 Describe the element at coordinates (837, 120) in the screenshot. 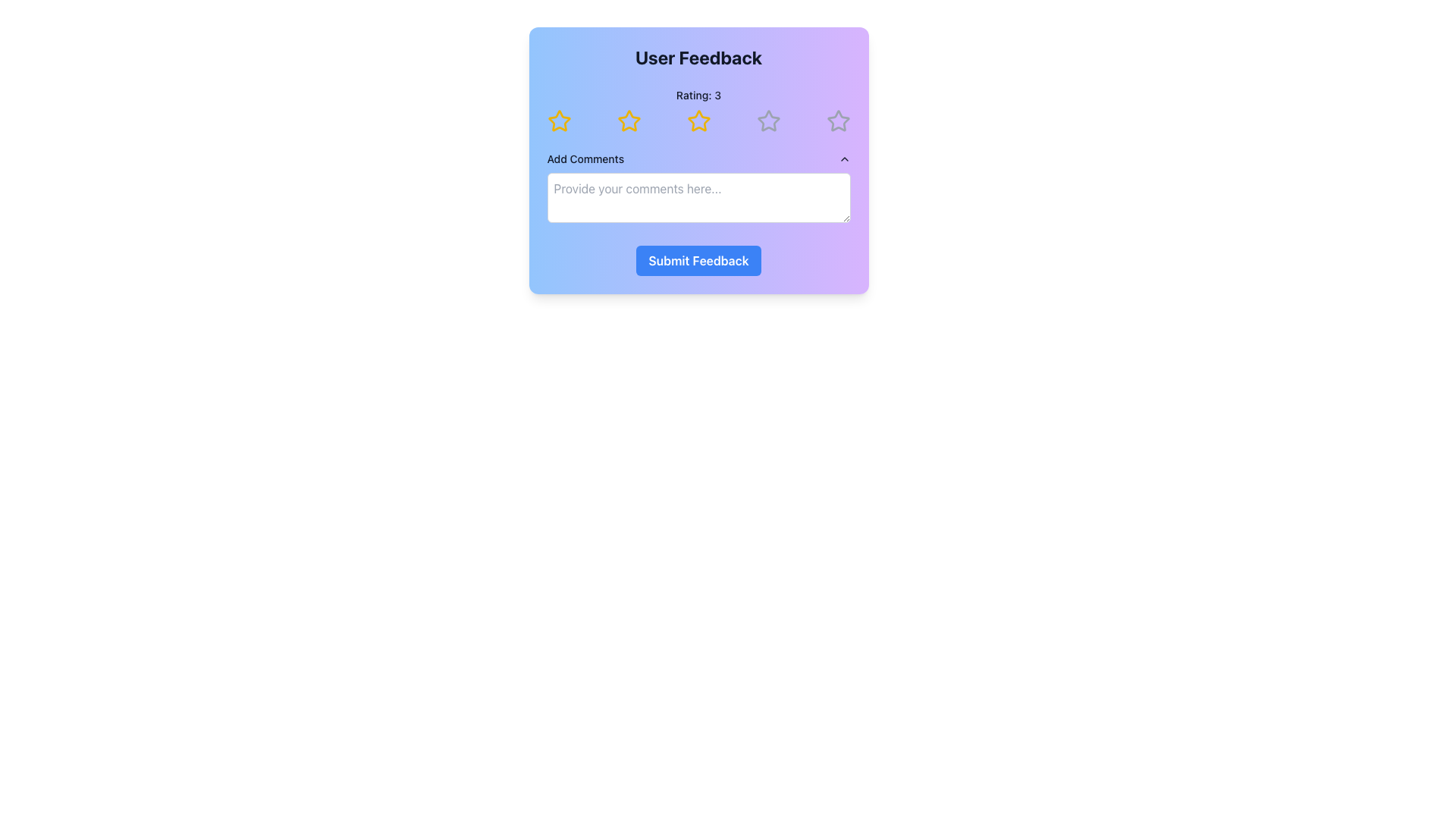

I see `the fifth star in the User Feedback panel to provide a rating of 5` at that location.